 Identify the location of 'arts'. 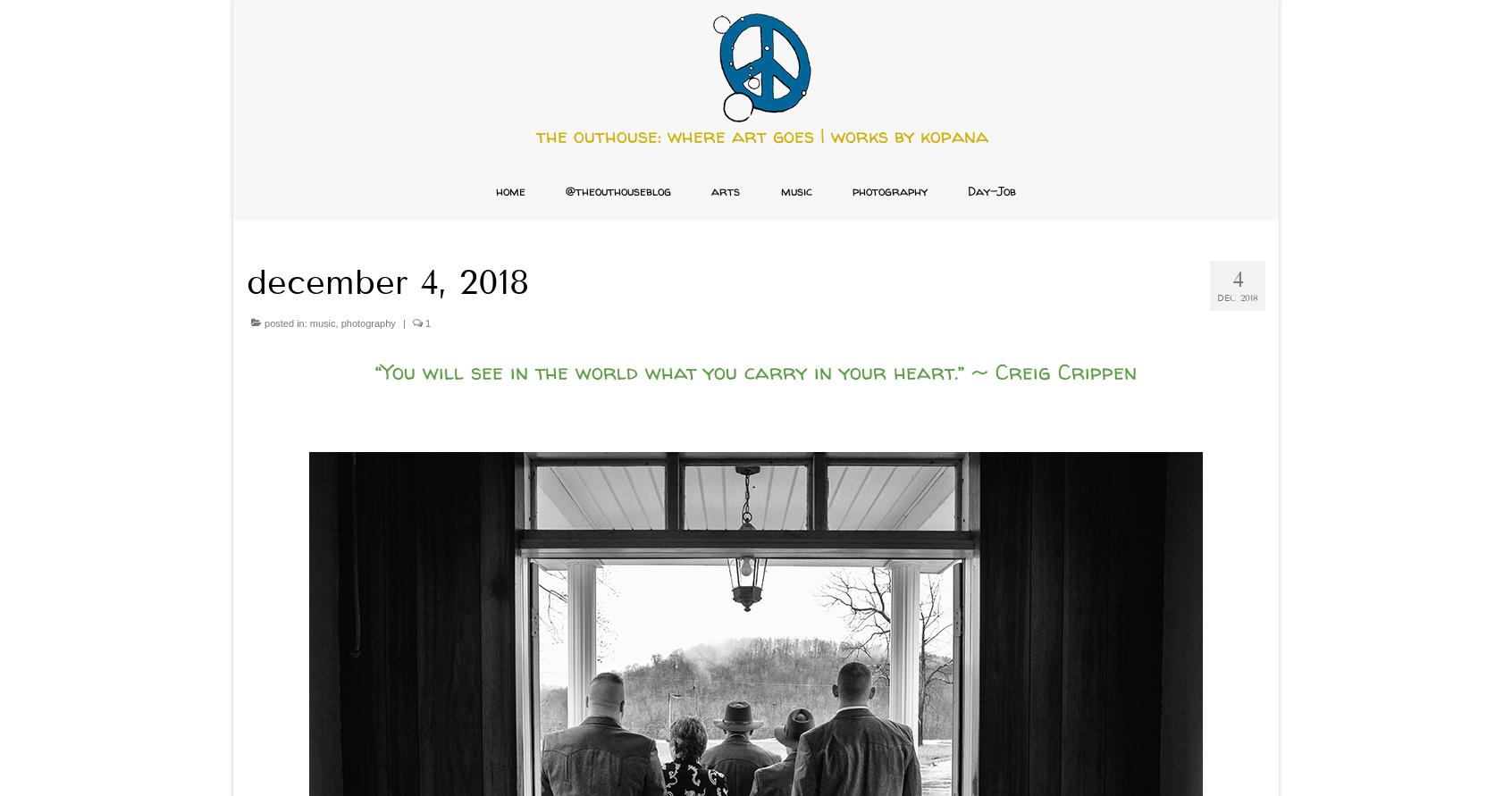
(725, 190).